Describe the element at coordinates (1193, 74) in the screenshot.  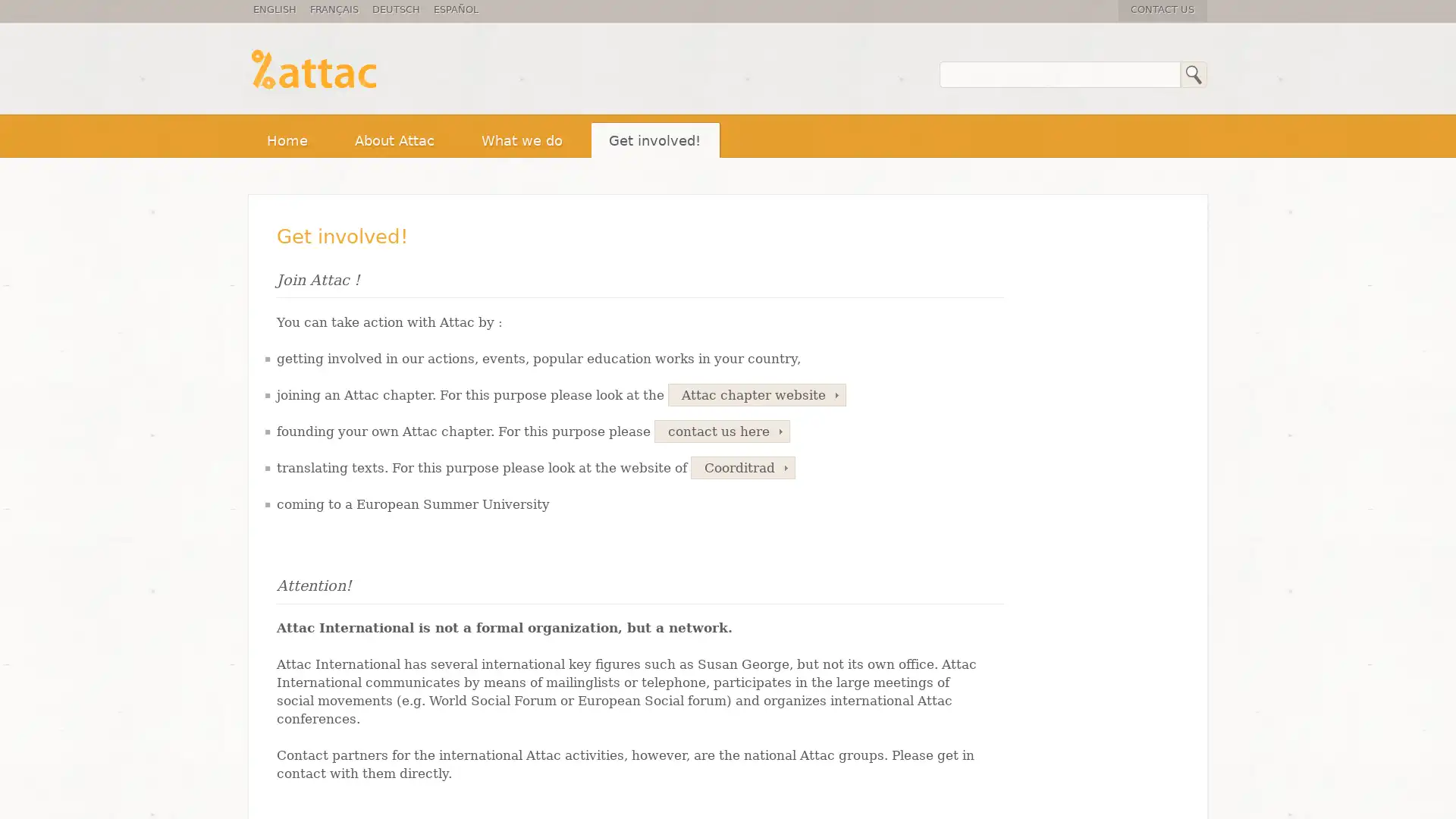
I see `Search` at that location.